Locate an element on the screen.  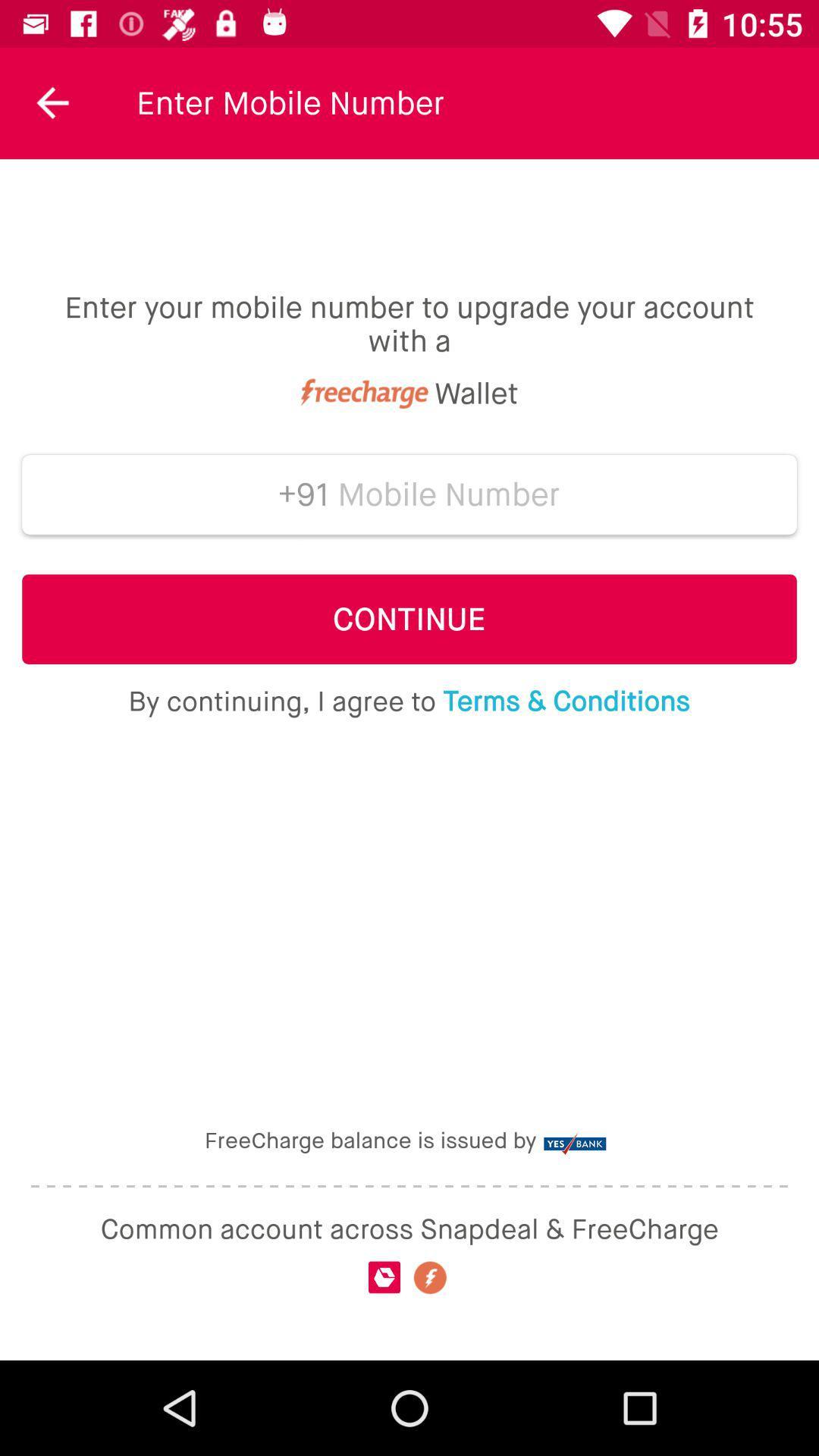
the icon to the left of the enter mobile number icon is located at coordinates (52, 102).